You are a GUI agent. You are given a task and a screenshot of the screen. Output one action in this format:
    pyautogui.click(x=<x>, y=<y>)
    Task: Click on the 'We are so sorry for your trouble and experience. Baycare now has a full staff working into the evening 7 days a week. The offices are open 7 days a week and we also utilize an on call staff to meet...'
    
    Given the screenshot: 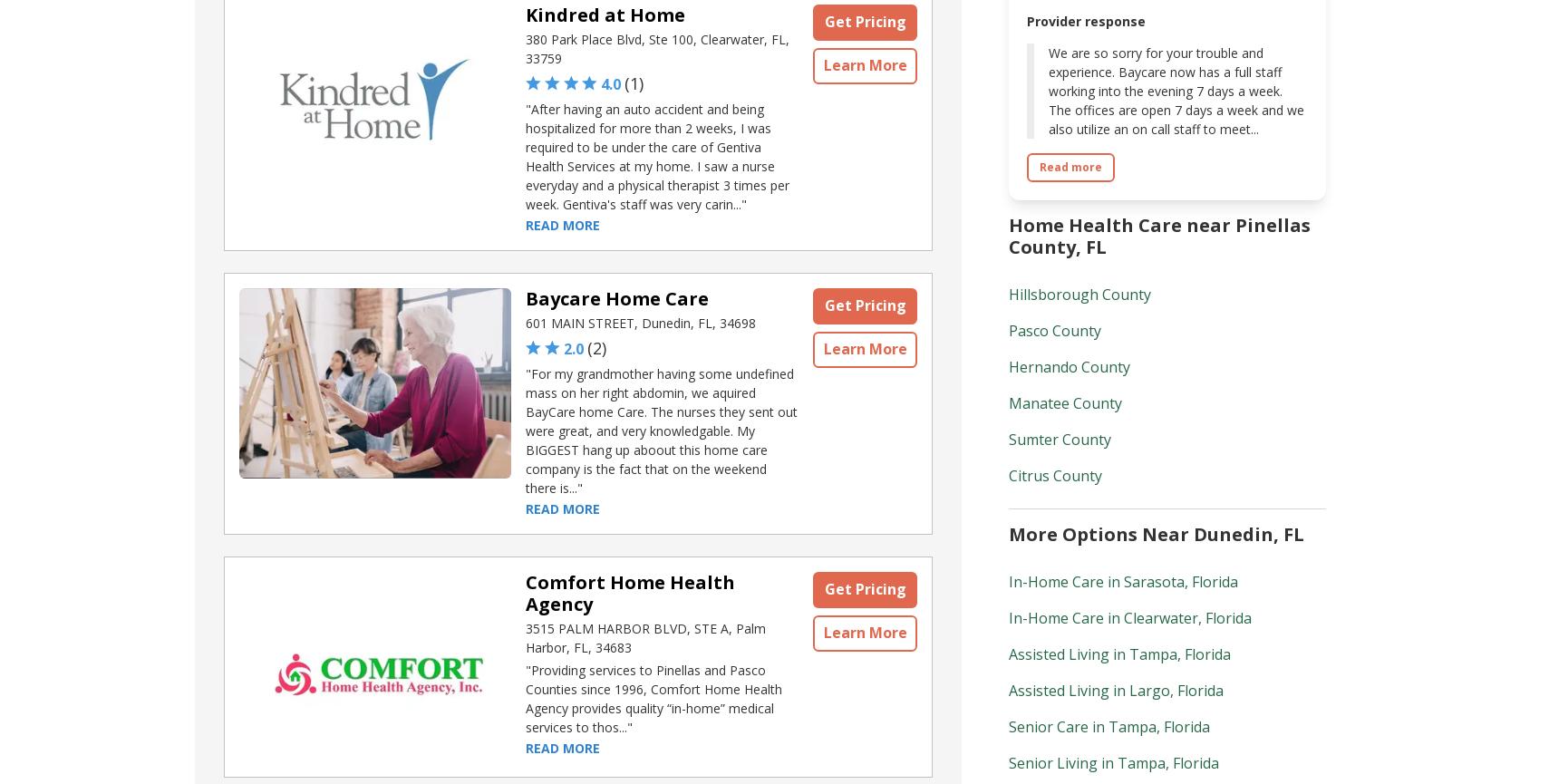 What is the action you would take?
    pyautogui.click(x=1176, y=91)
    